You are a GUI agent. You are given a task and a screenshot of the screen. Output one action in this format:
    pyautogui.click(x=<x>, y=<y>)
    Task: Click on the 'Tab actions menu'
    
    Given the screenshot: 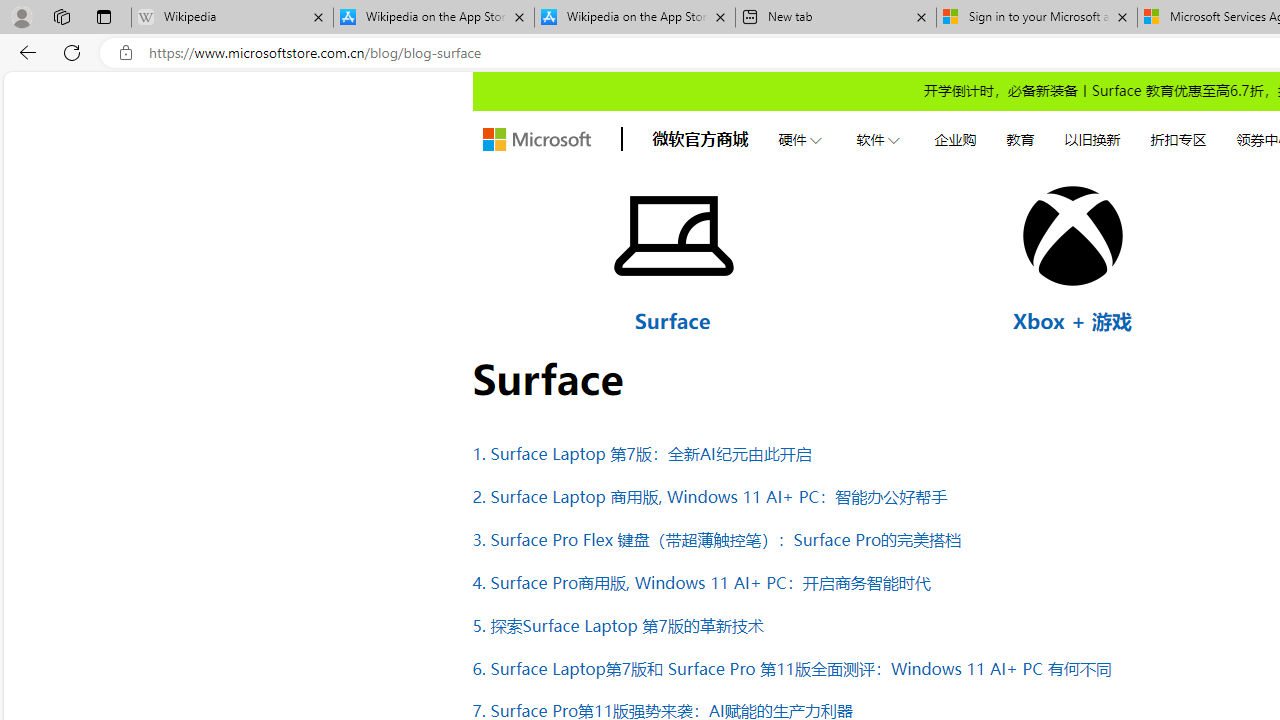 What is the action you would take?
    pyautogui.click(x=103, y=16)
    